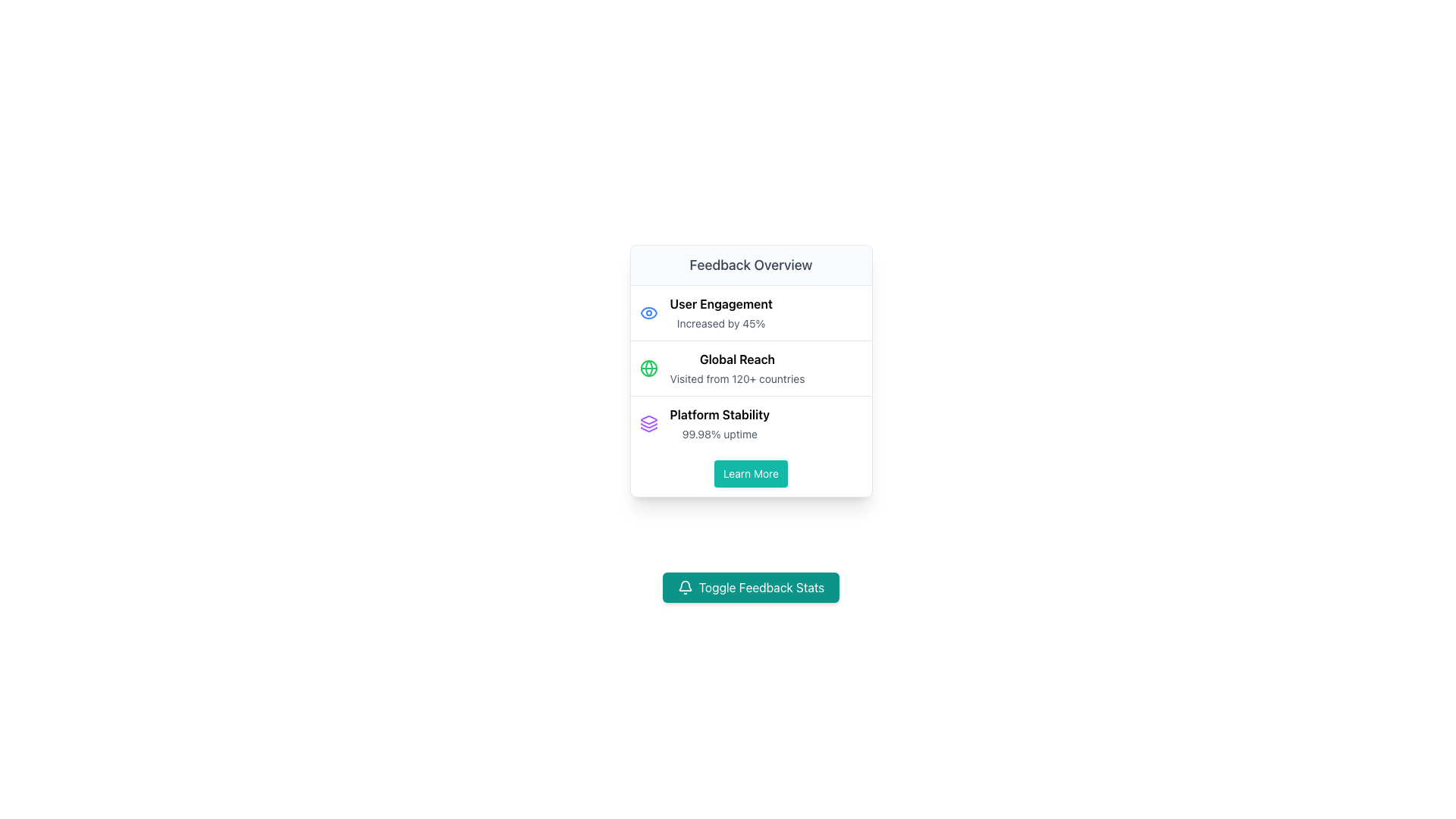  What do you see at coordinates (648, 424) in the screenshot?
I see `the purple icon shaped like a stack of layers, located to the left of the text 'Platform Stability' in the third row of the card titled 'Feedback Overview'` at bounding box center [648, 424].